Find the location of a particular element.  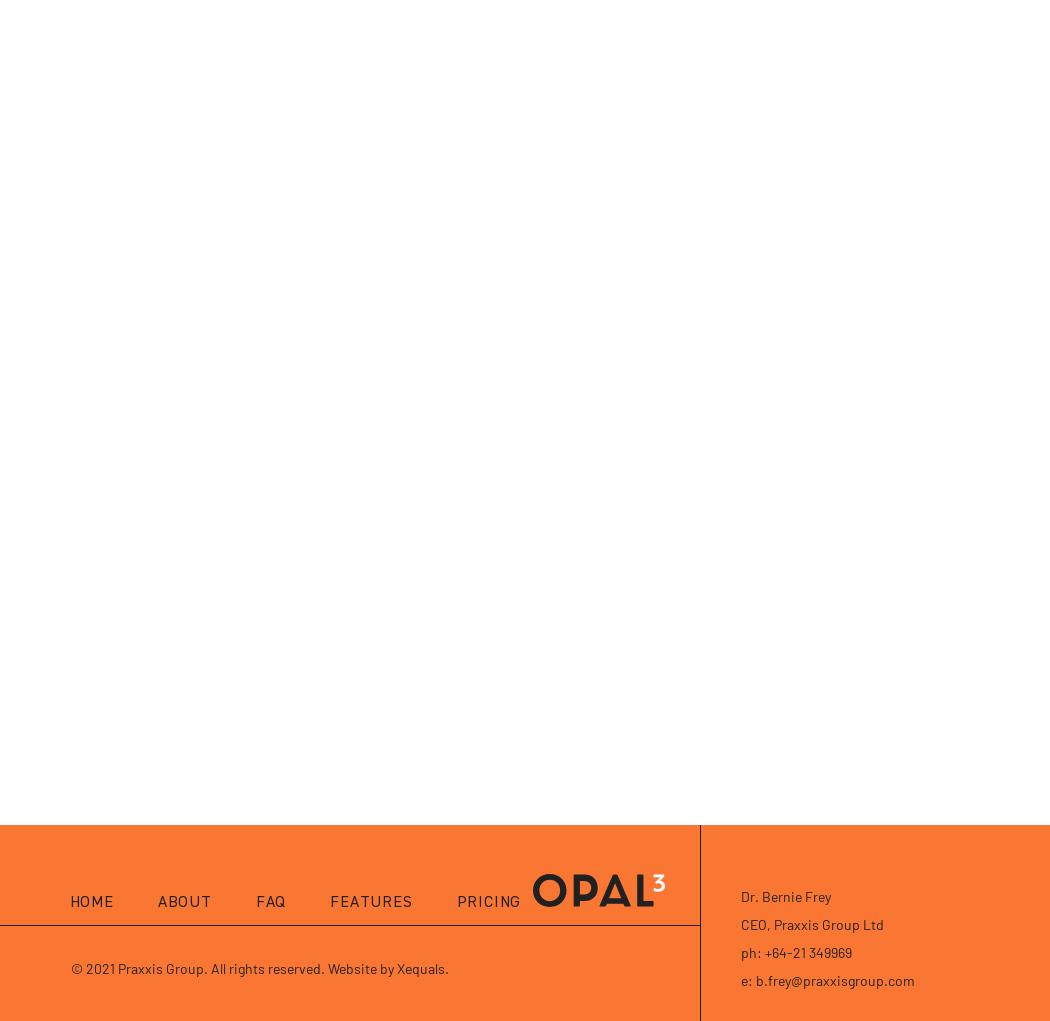

'e: b.frey@praxxisgroup.com' is located at coordinates (828, 979).